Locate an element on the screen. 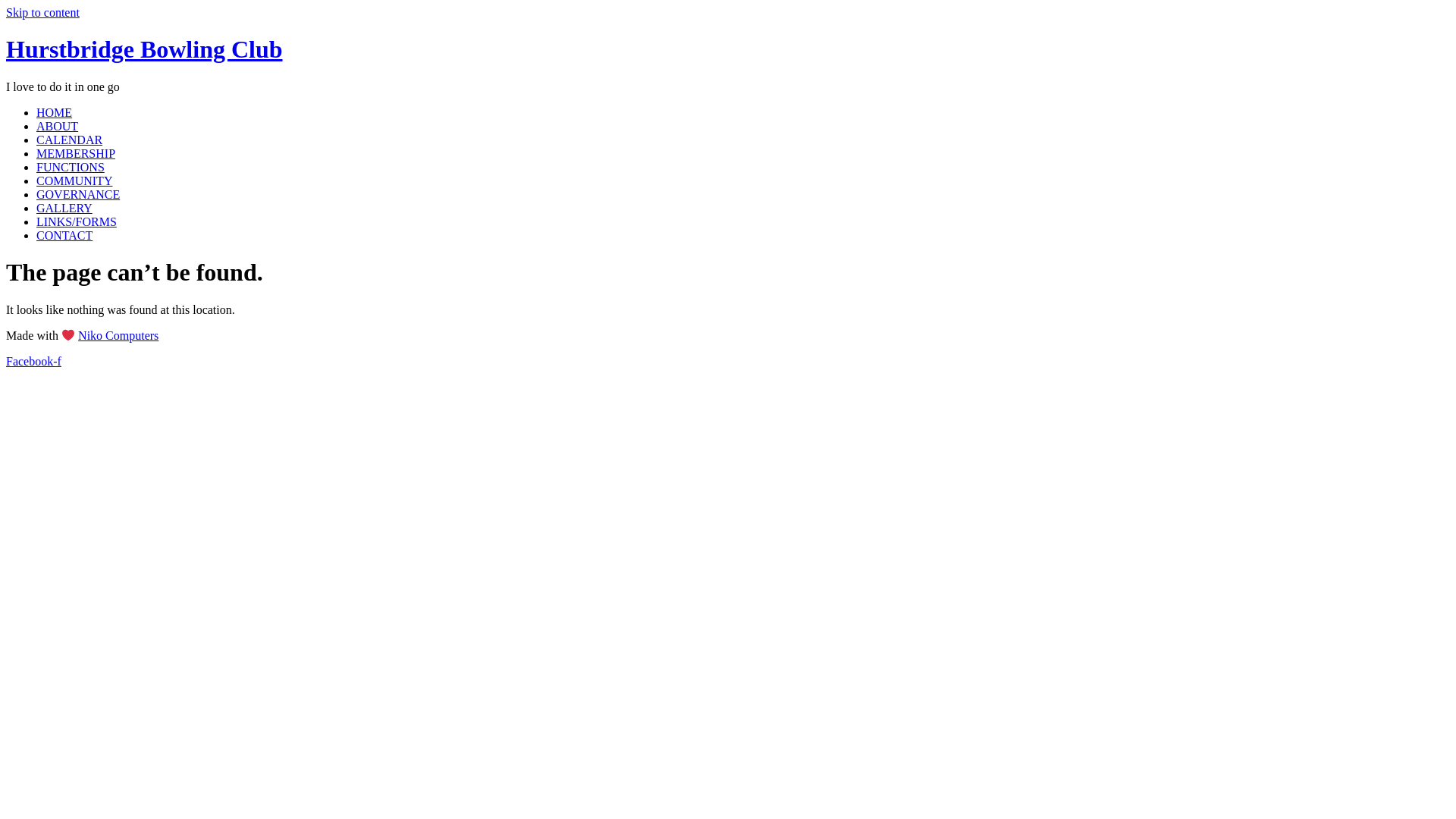  'LINKS/FORMS' is located at coordinates (36, 221).